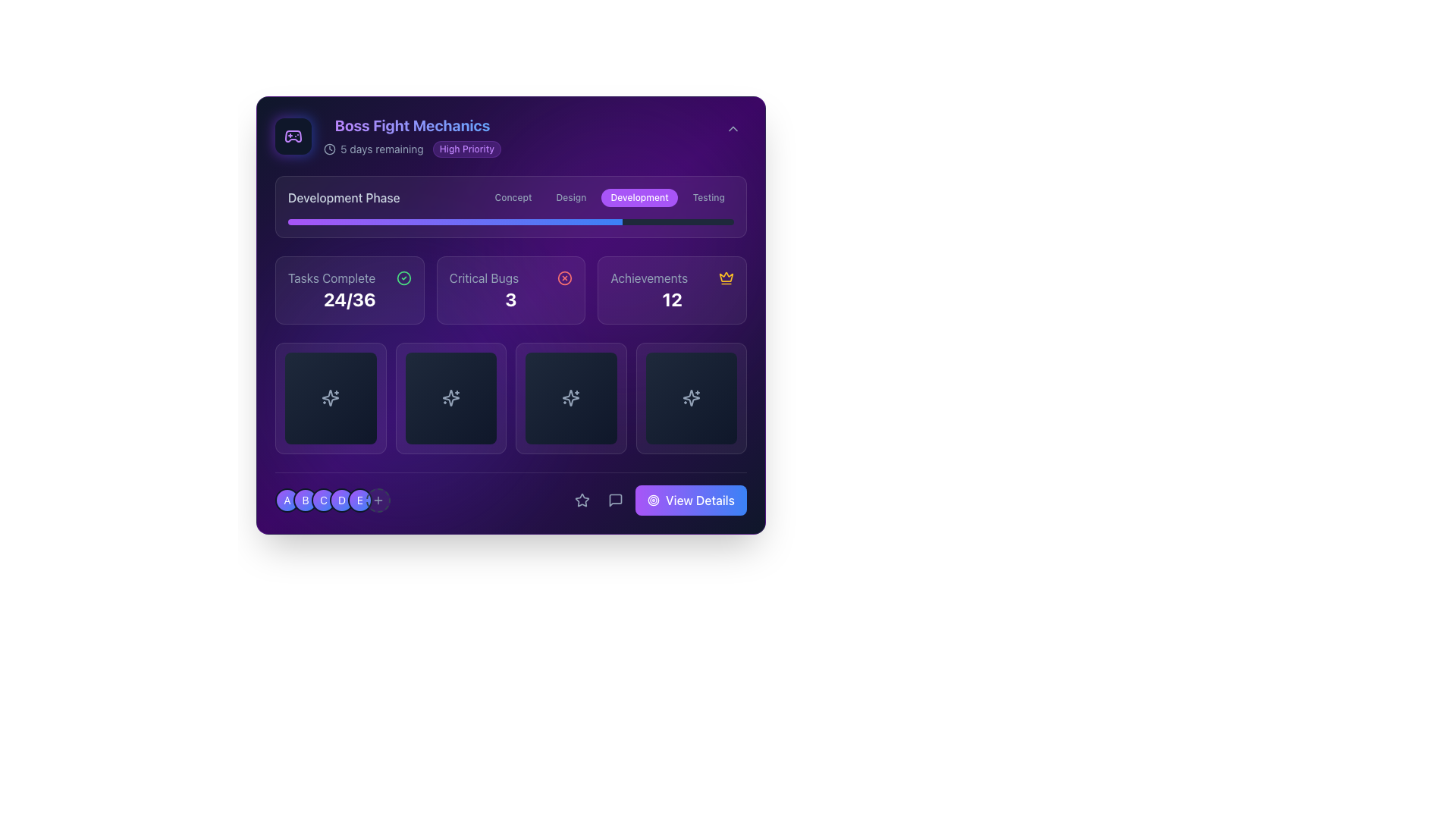 Image resolution: width=1456 pixels, height=819 pixels. Describe the element at coordinates (330, 397) in the screenshot. I see `the decorative or interactive icon located at the first position in the row of three clickable cards within the 'Achievements' category, below the 'Development Phase' section` at that location.